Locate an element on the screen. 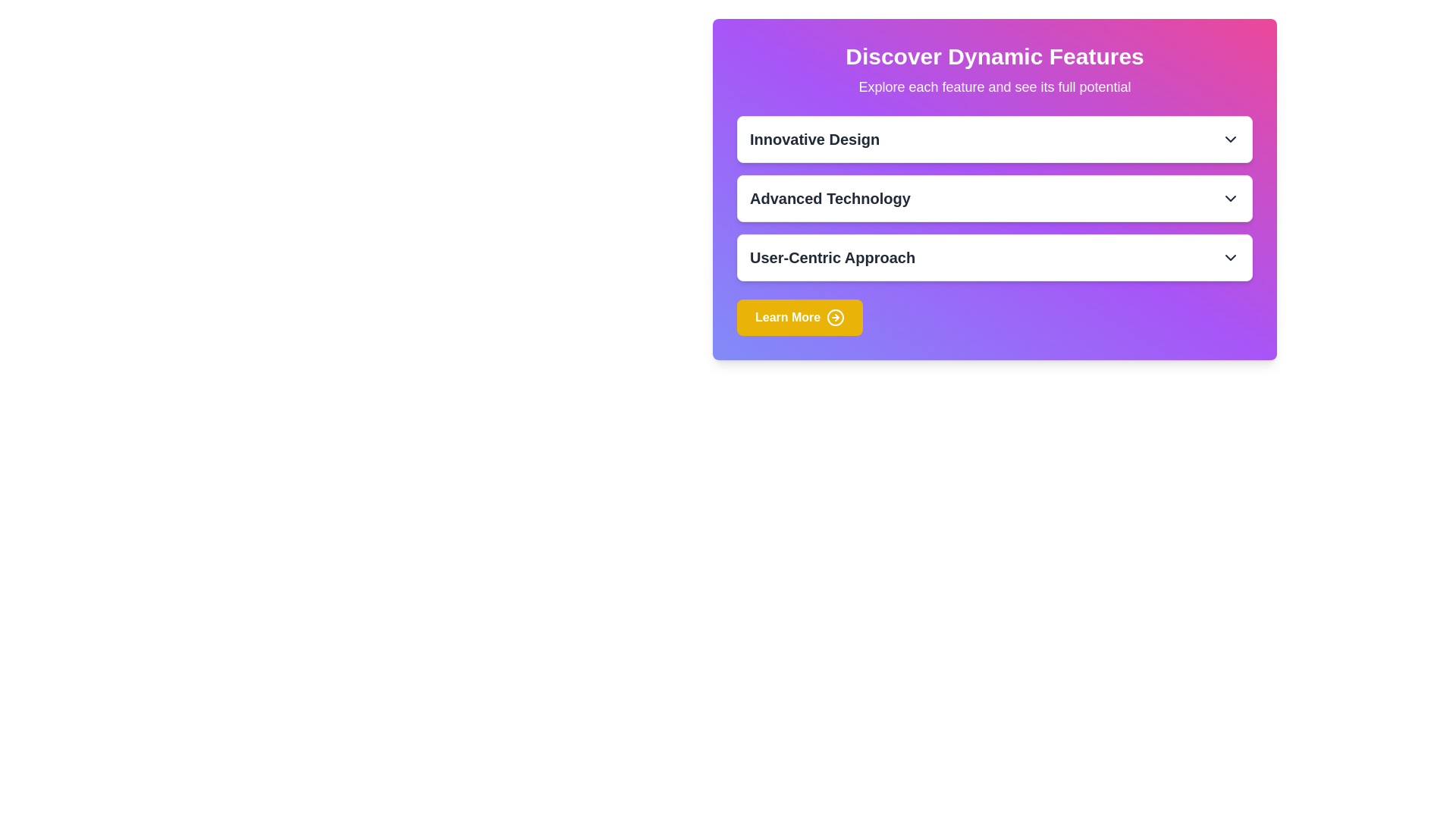 The width and height of the screenshot is (1456, 819). the second dropdown selection item labeled 'Advanced Technology' is located at coordinates (994, 198).